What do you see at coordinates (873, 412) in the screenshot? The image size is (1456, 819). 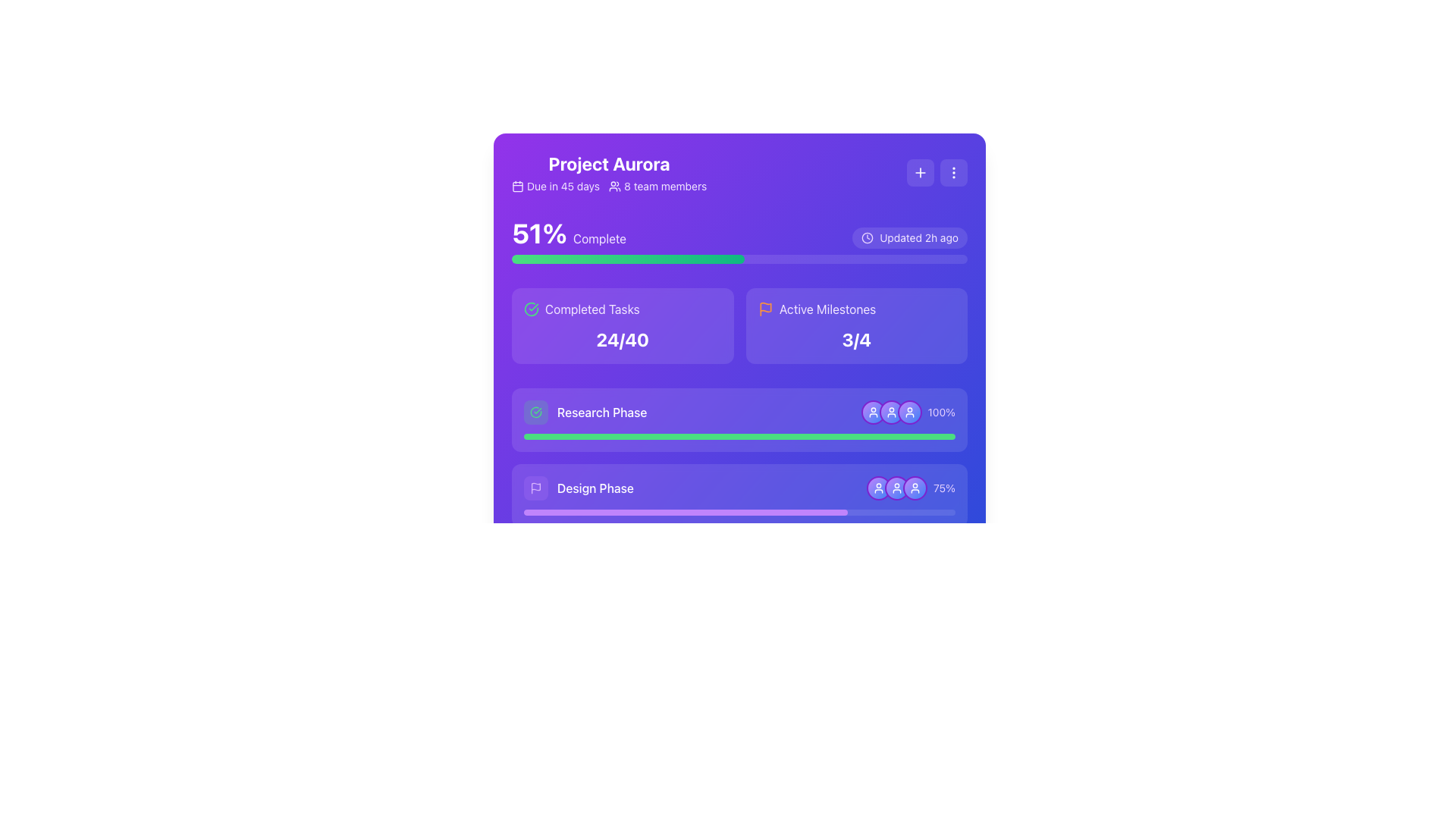 I see `the Profile avatar icon, which is a circular icon with a gradient background transitioning from purple to blue, located to the right of the 'Research Phase' label and progress bar` at bounding box center [873, 412].